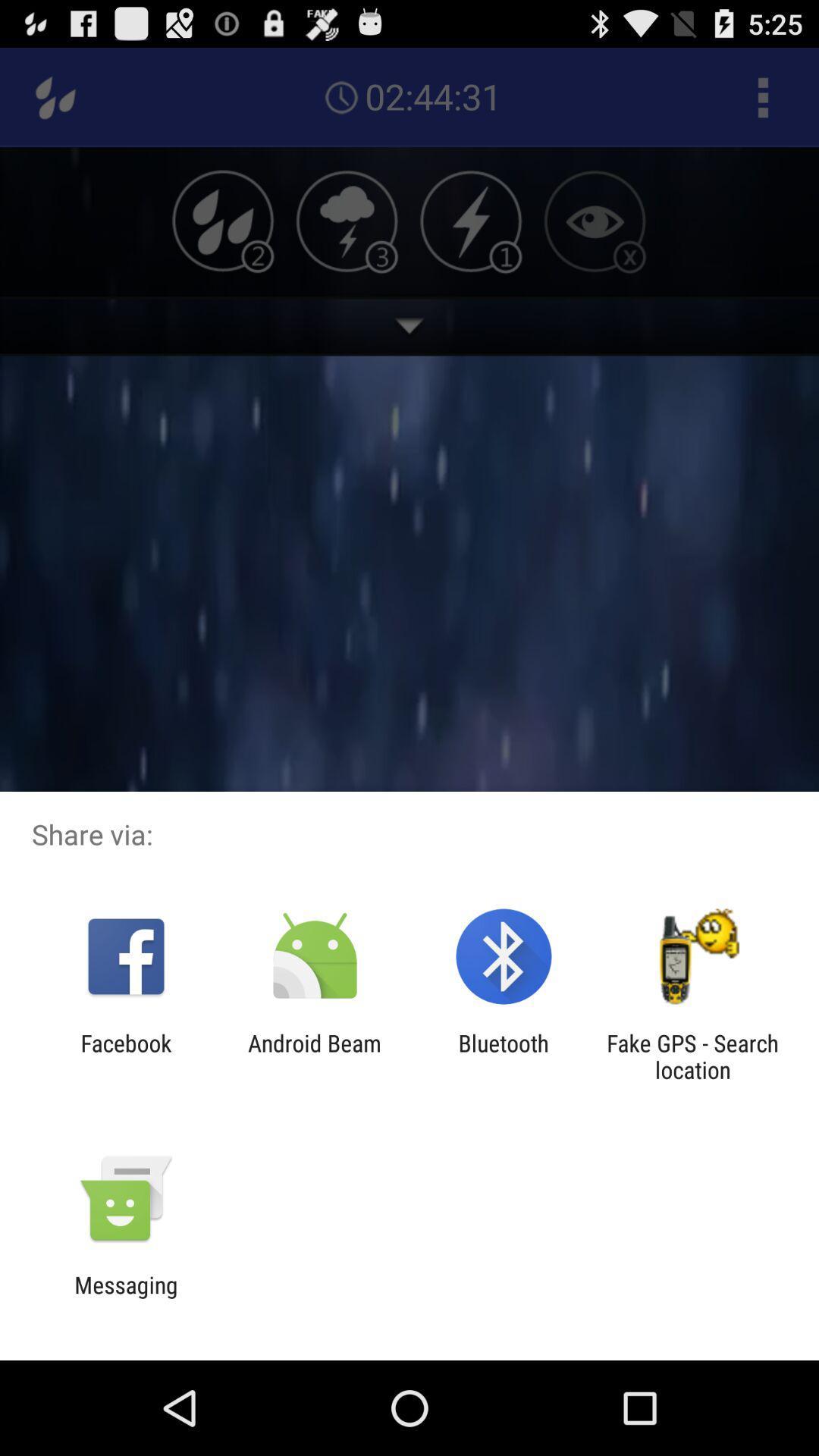  Describe the element at coordinates (692, 1056) in the screenshot. I see `the icon to the right of bluetooth app` at that location.